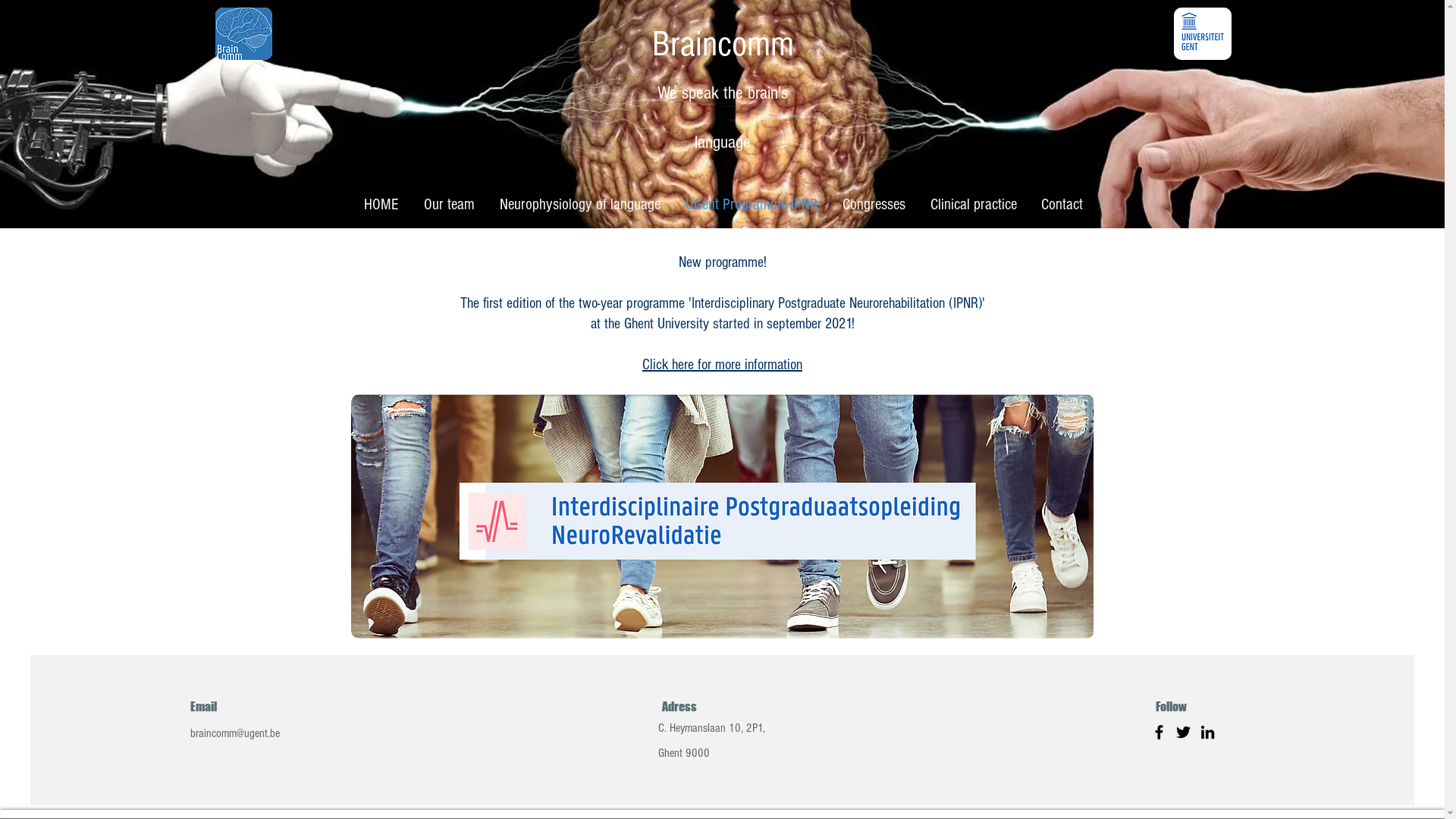 This screenshot has width=1456, height=819. What do you see at coordinates (1062, 205) in the screenshot?
I see `'Contact'` at bounding box center [1062, 205].